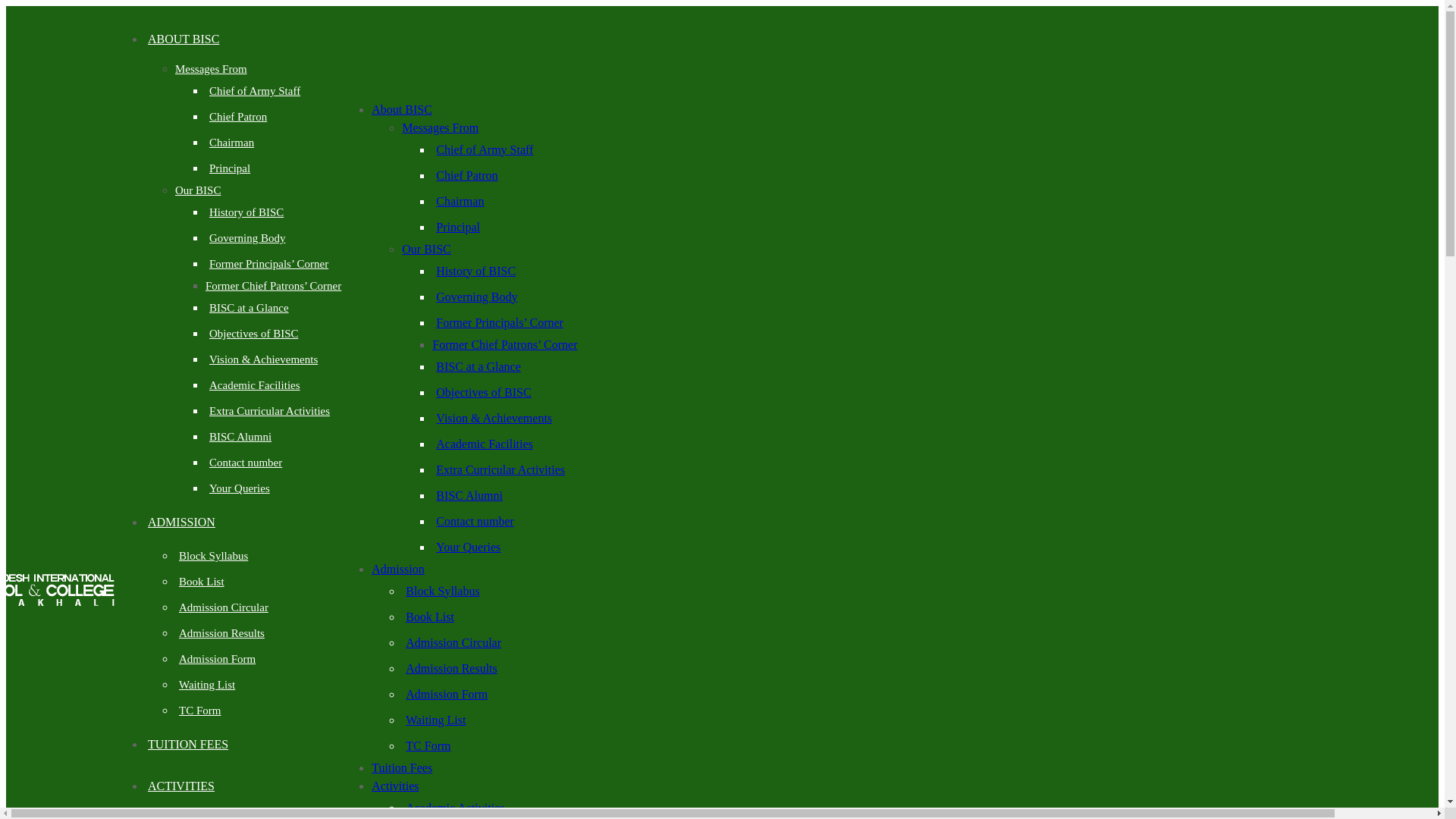 This screenshot has height=819, width=1456. What do you see at coordinates (428, 616) in the screenshot?
I see `'Book List'` at bounding box center [428, 616].